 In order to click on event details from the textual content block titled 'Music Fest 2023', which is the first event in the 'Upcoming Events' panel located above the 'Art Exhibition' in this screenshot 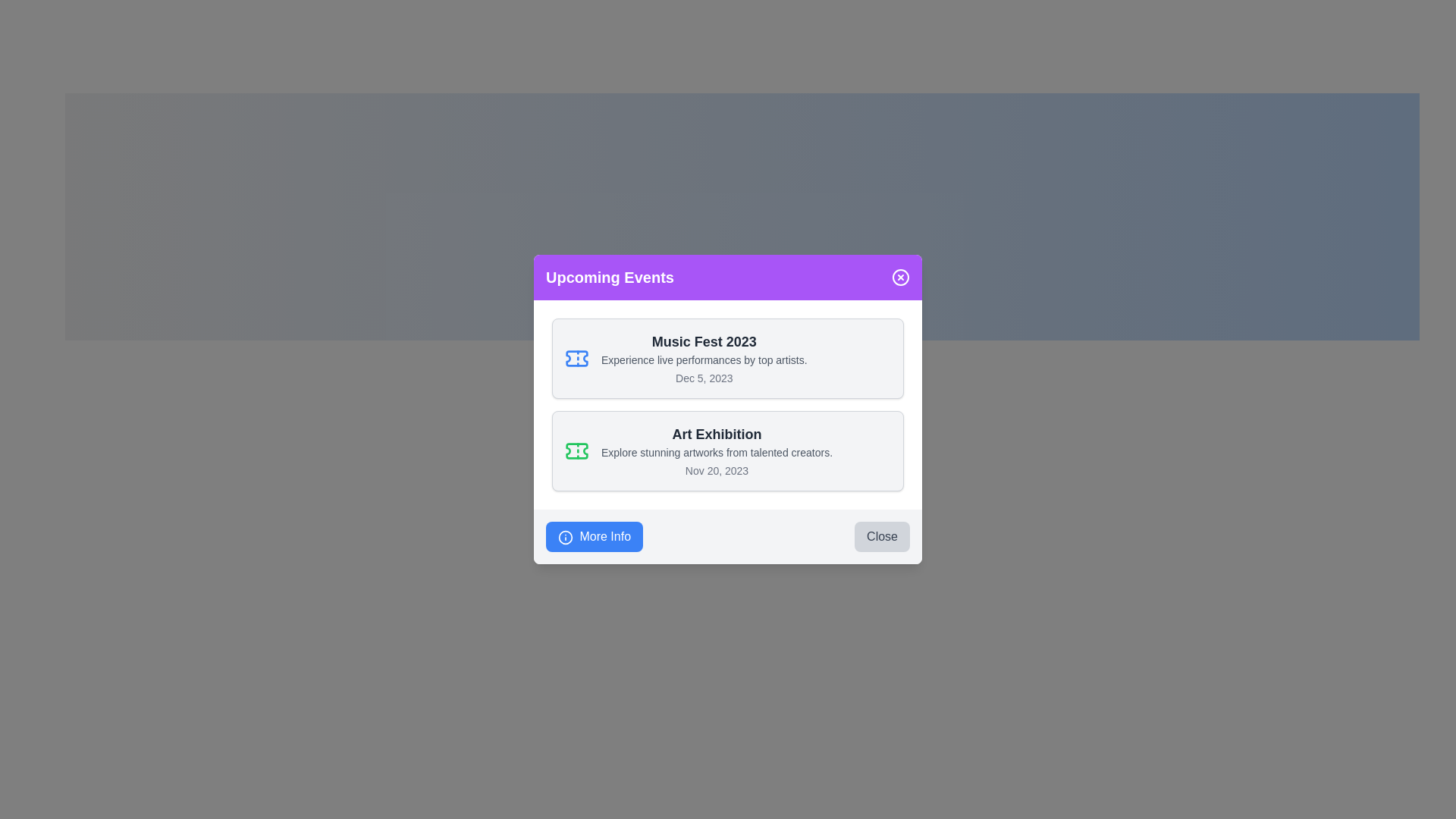, I will do `click(703, 359)`.